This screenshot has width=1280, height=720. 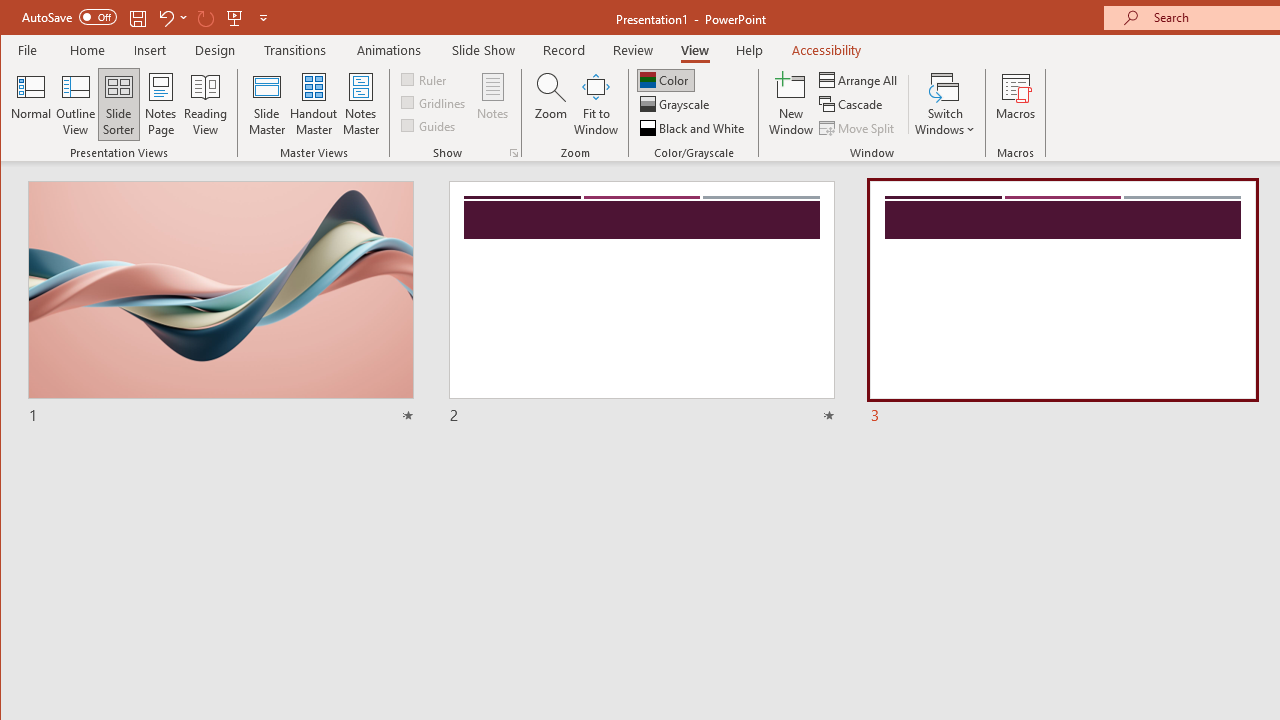 What do you see at coordinates (160, 104) in the screenshot?
I see `'Notes Page'` at bounding box center [160, 104].